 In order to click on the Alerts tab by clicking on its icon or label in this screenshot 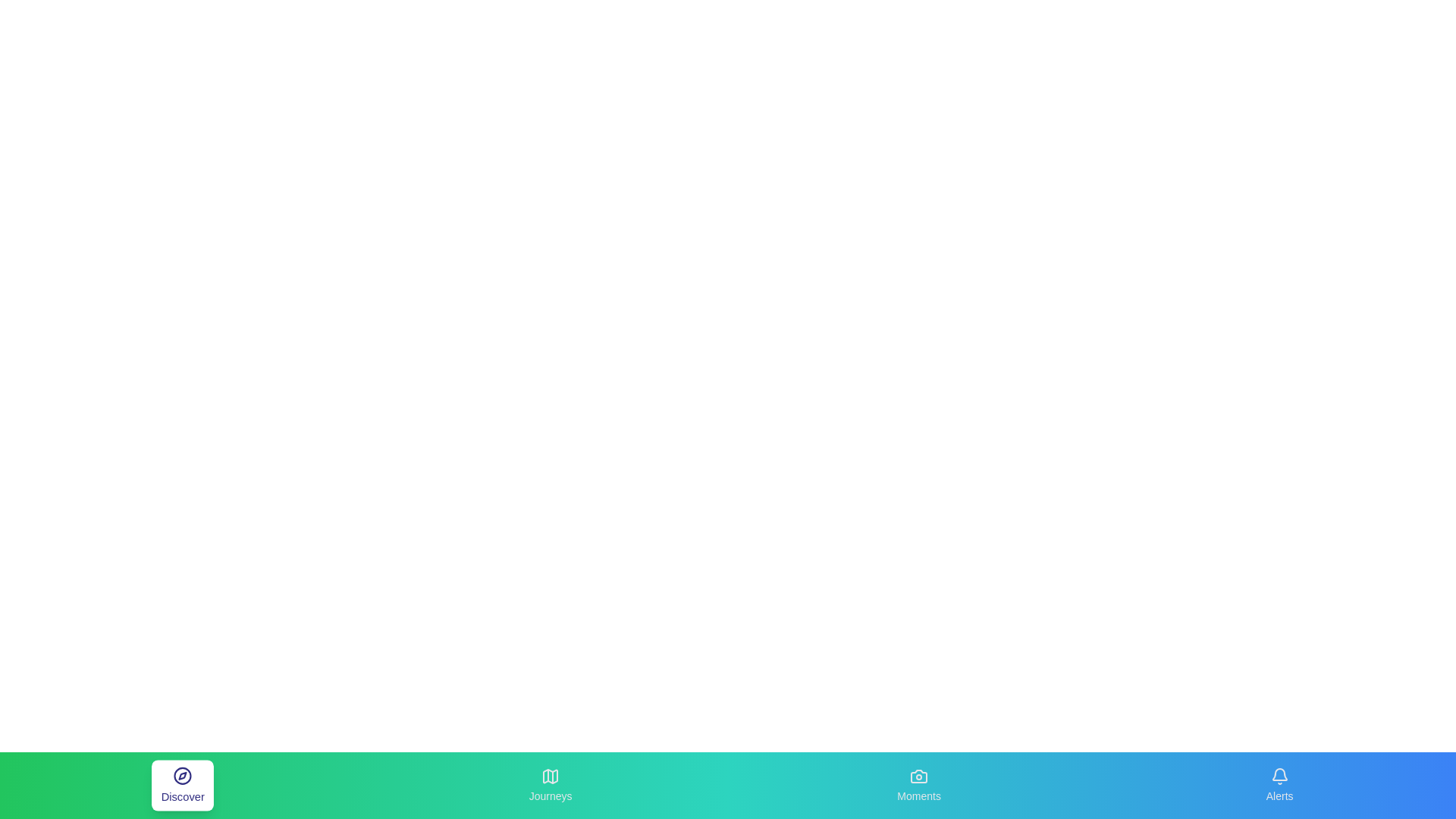, I will do `click(1279, 785)`.